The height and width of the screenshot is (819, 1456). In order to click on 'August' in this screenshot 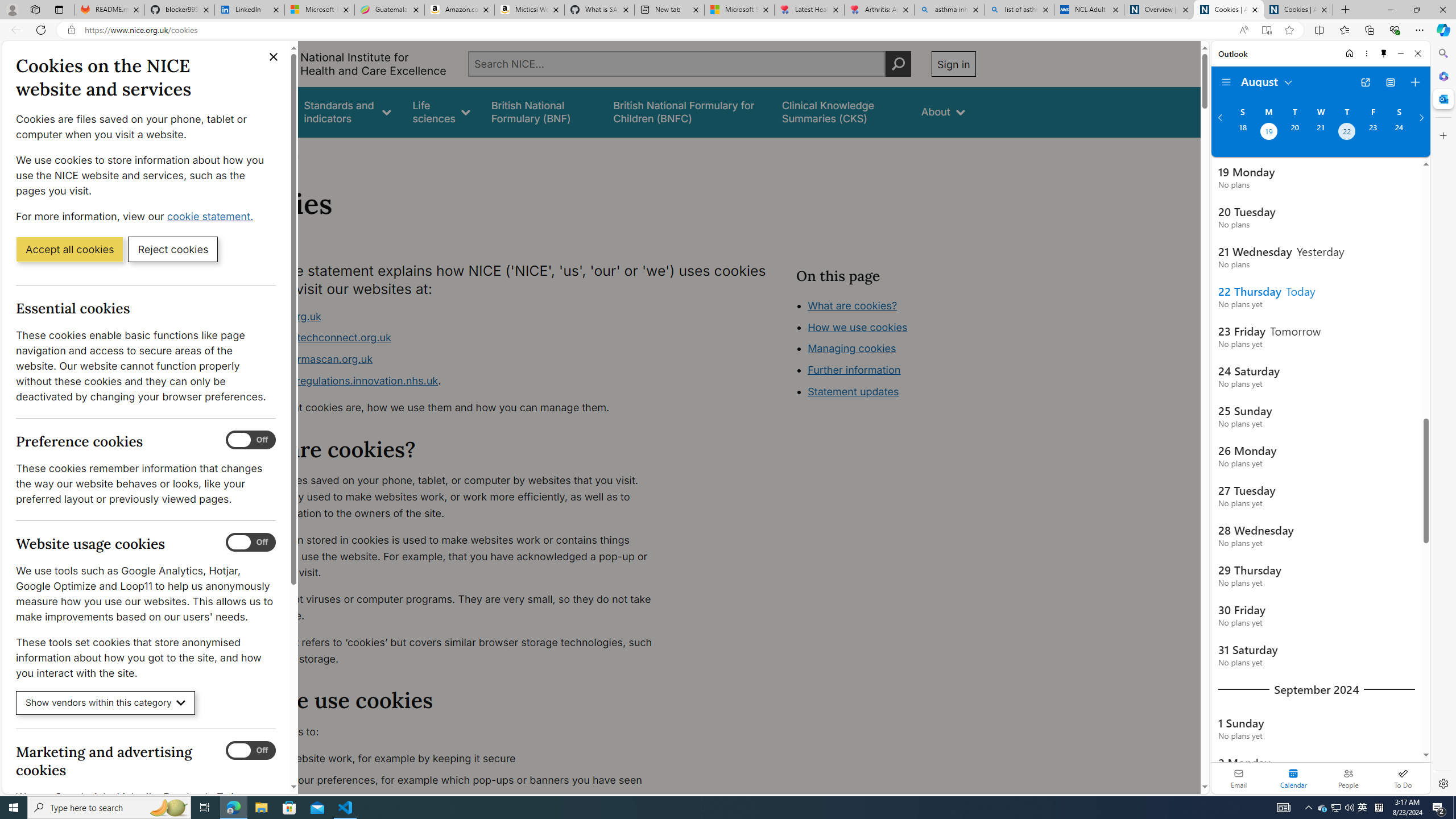, I will do `click(1267, 80)`.